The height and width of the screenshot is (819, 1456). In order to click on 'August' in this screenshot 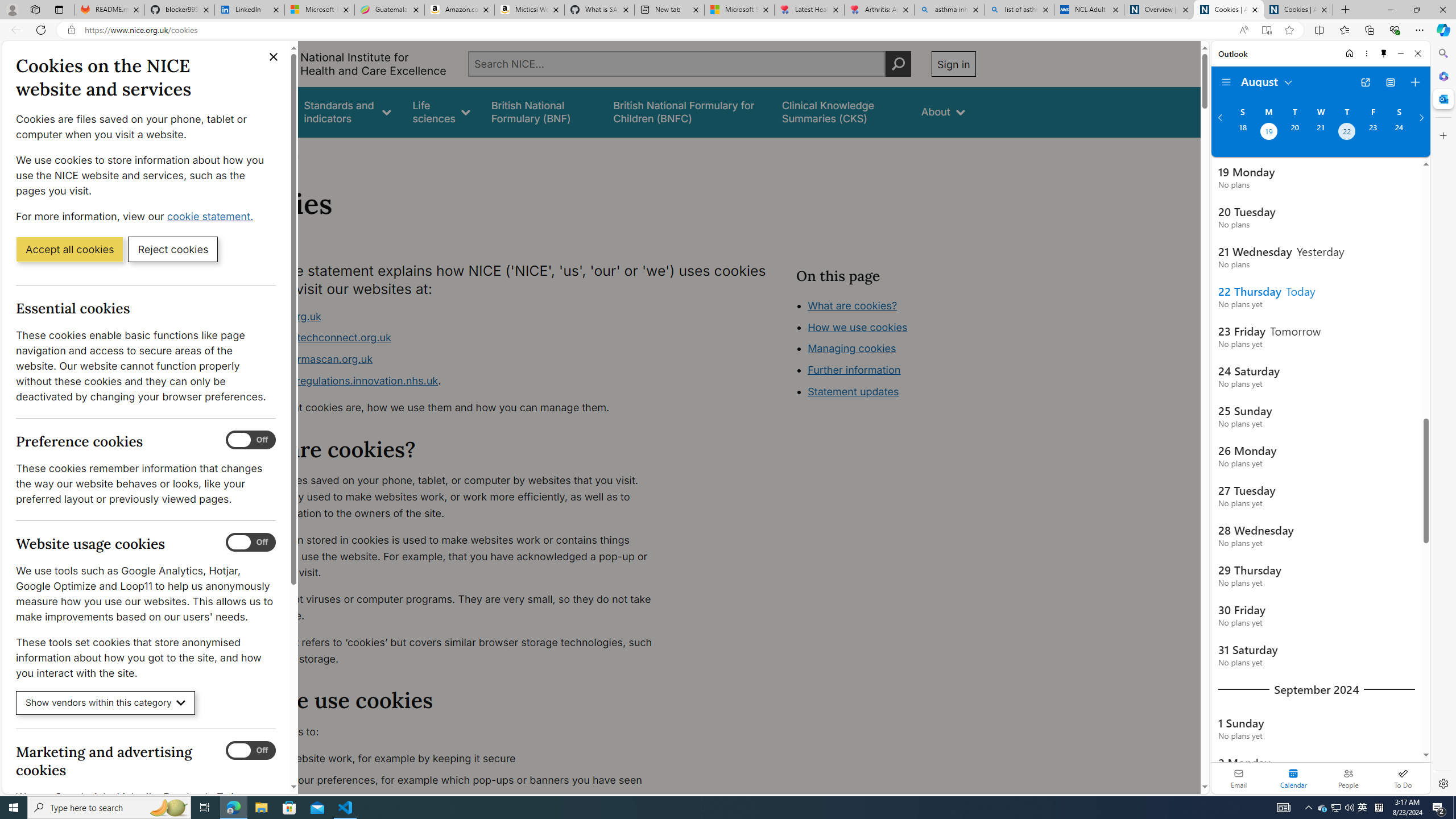, I will do `click(1267, 80)`.